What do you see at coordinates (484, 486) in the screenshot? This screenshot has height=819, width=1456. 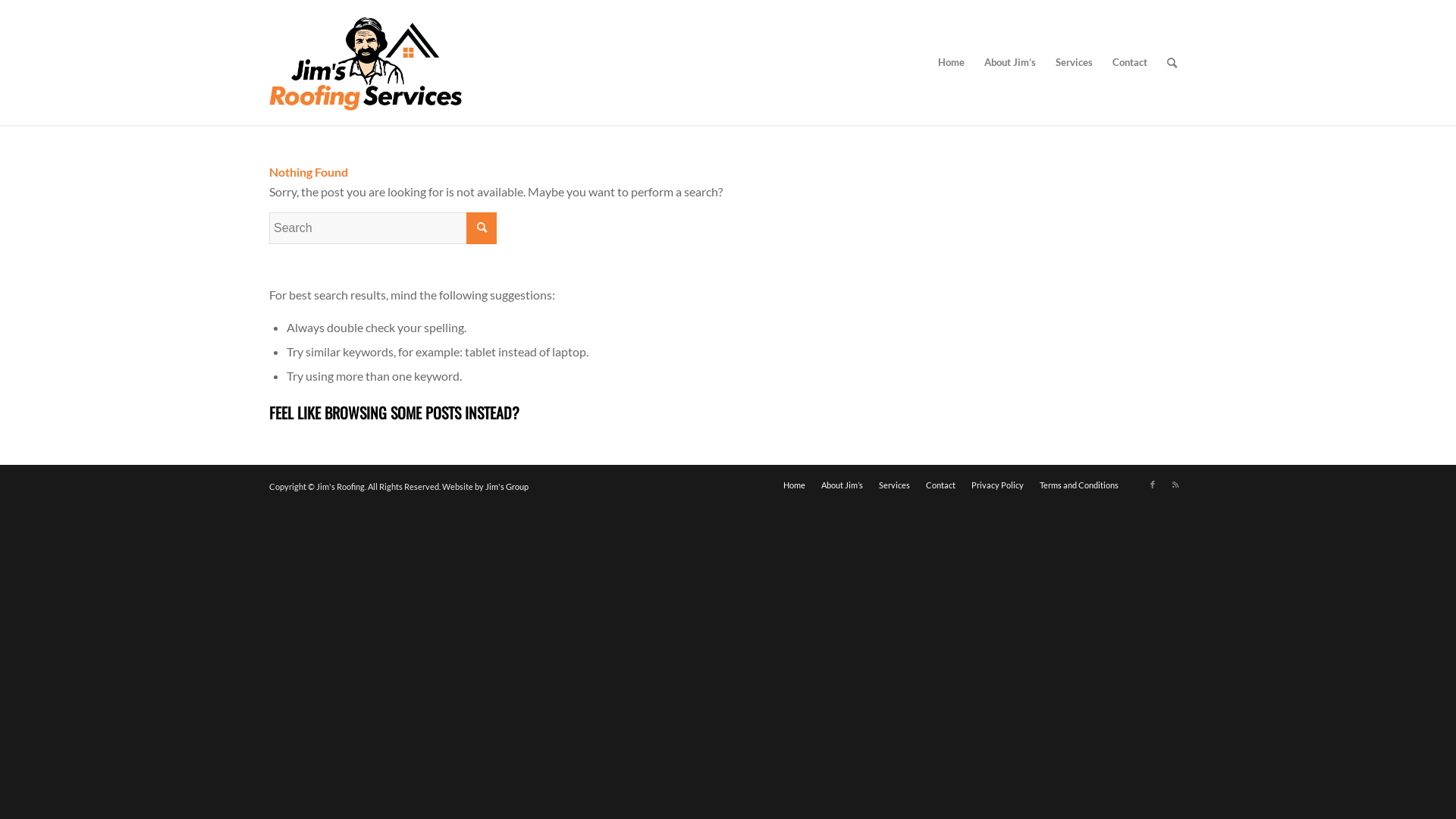 I see `'Jim's Group'` at bounding box center [484, 486].